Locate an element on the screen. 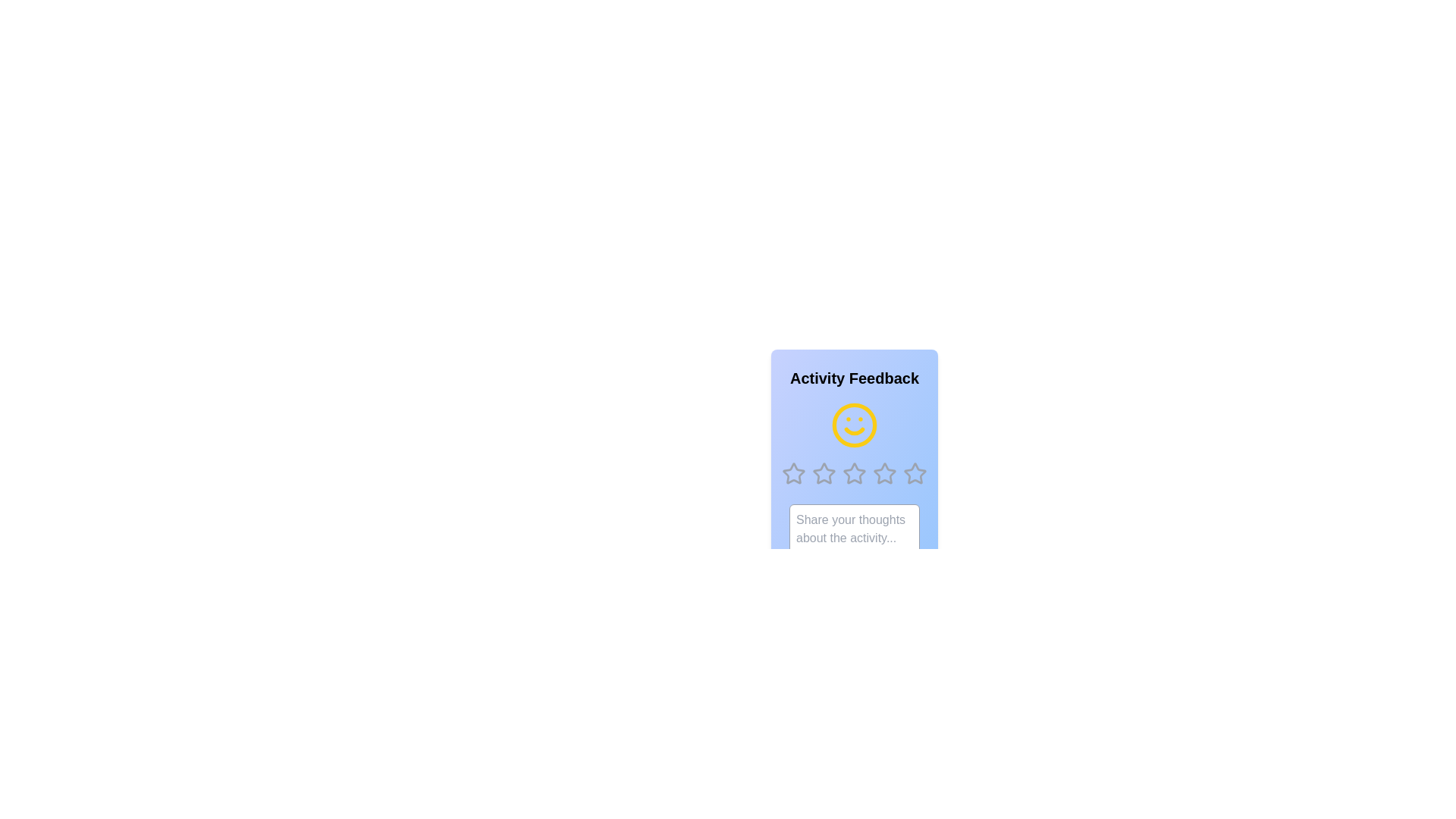 This screenshot has width=1456, height=819. the third Rating star icon in the star rating component located below the 'Activity Feedback' text and smiling face icon is located at coordinates (855, 472).